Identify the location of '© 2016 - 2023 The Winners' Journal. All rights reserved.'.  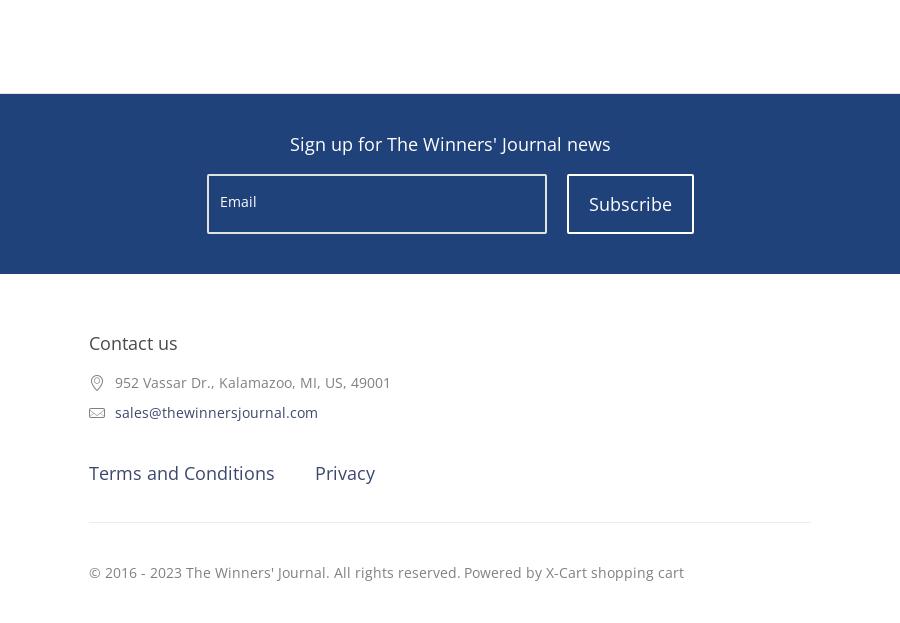
(274, 571).